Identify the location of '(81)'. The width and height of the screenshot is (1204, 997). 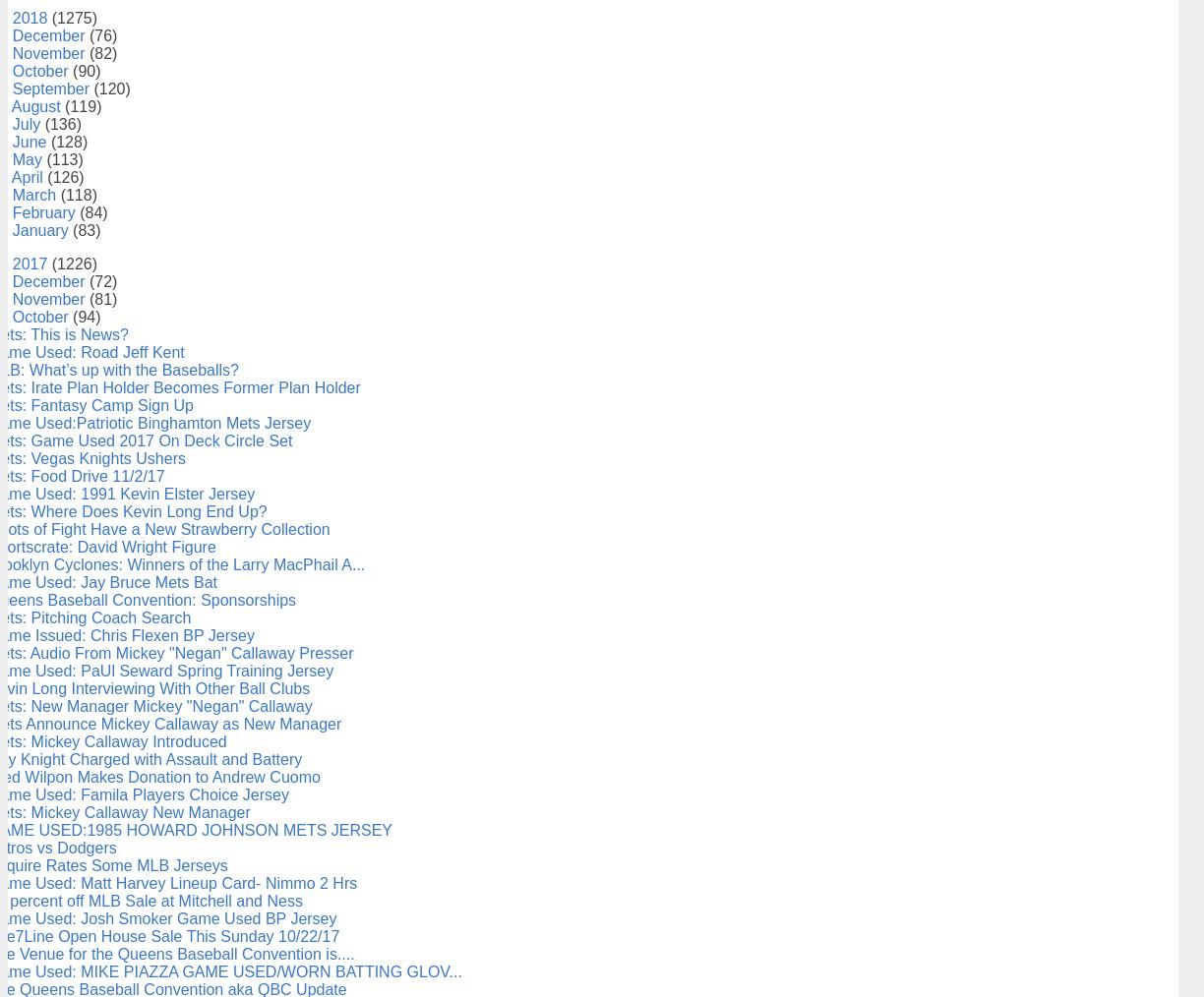
(101, 298).